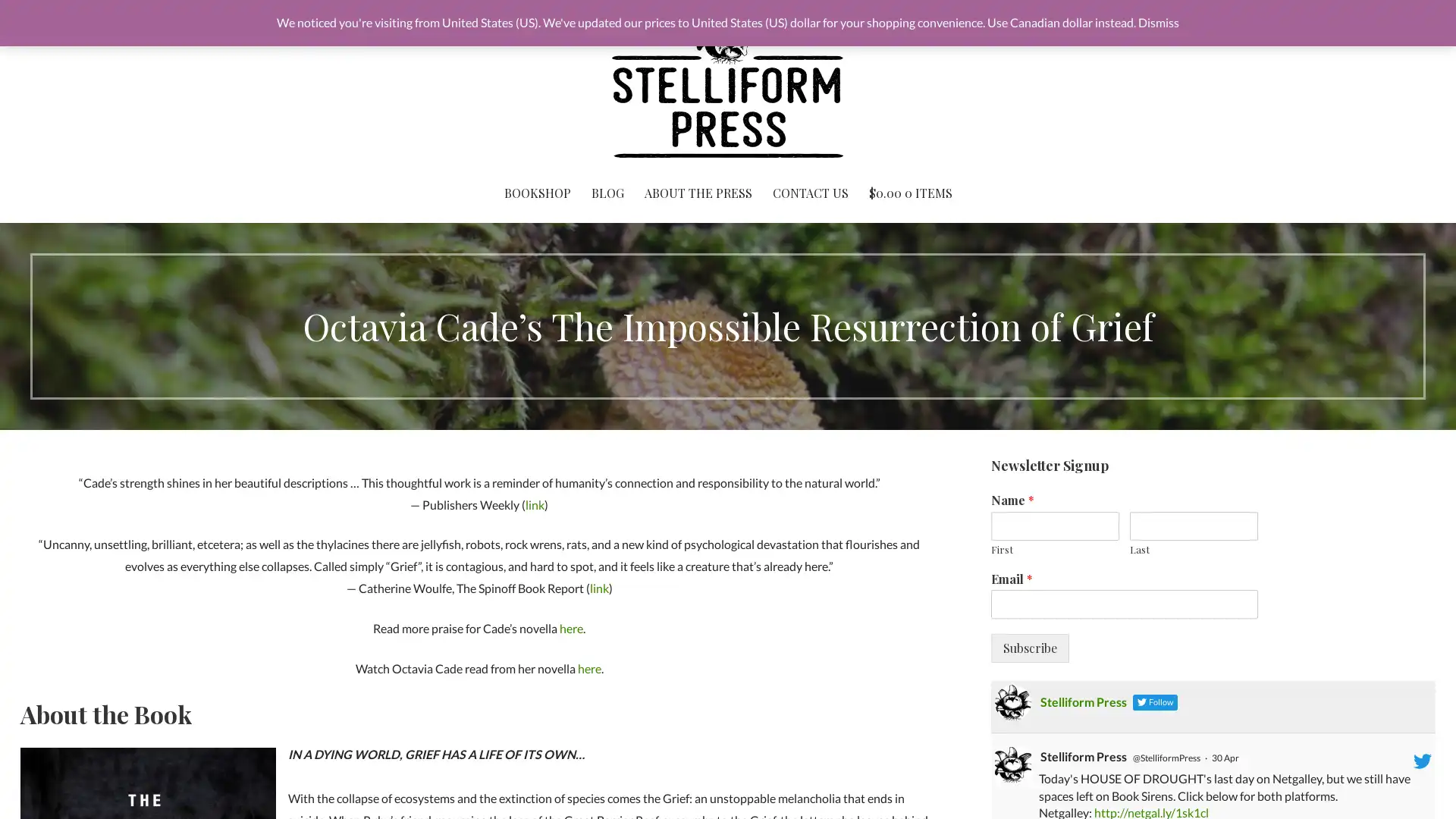  Describe the element at coordinates (1029, 648) in the screenshot. I see `Subscribe` at that location.